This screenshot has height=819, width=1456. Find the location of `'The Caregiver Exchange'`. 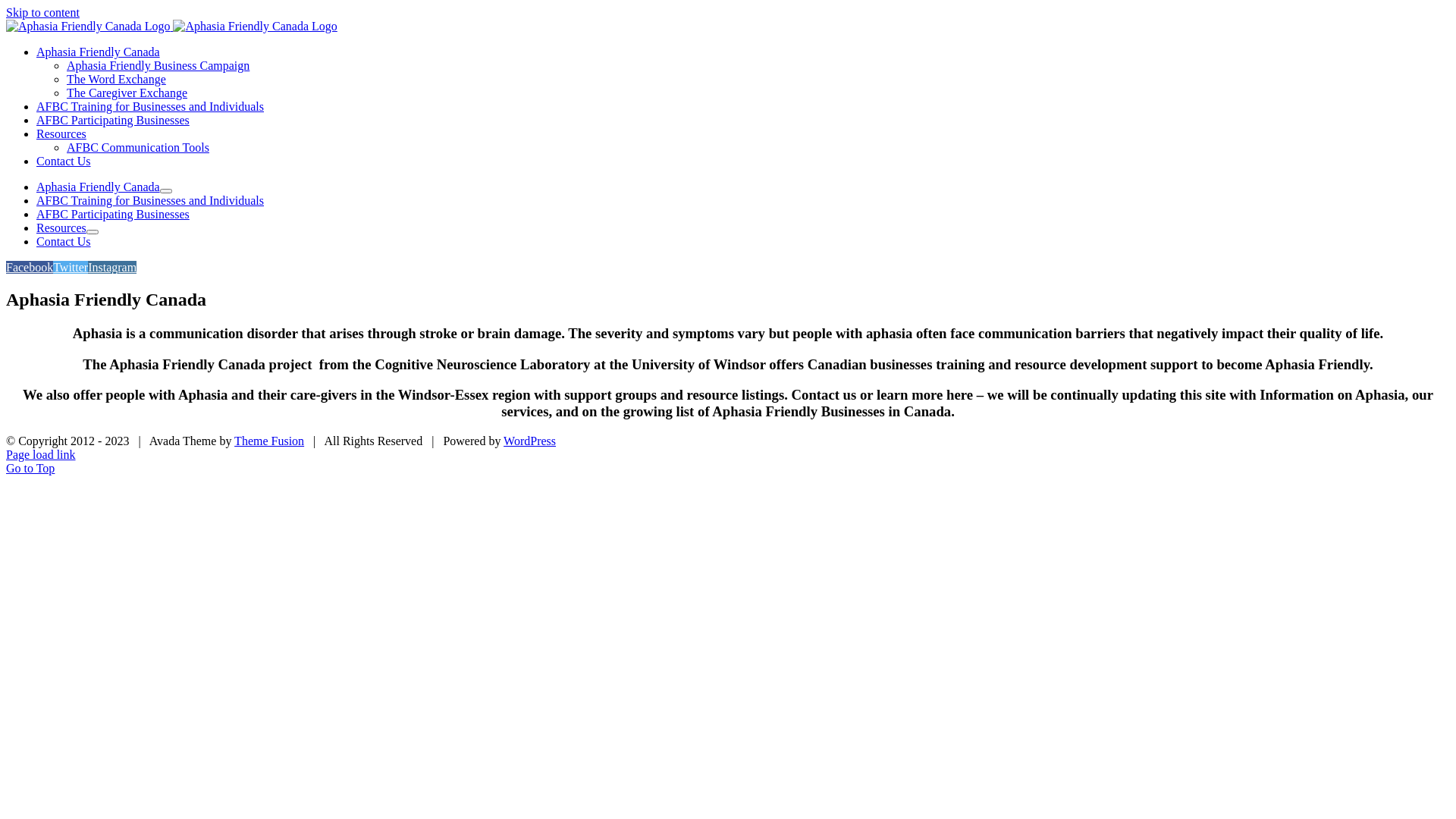

'The Caregiver Exchange' is located at coordinates (127, 93).